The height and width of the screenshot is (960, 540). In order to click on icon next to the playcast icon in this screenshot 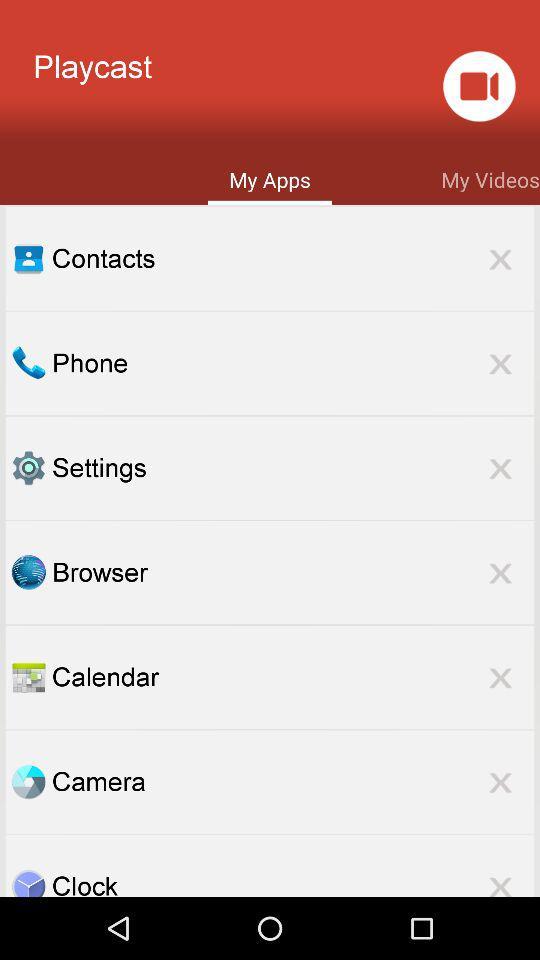, I will do `click(478, 86)`.